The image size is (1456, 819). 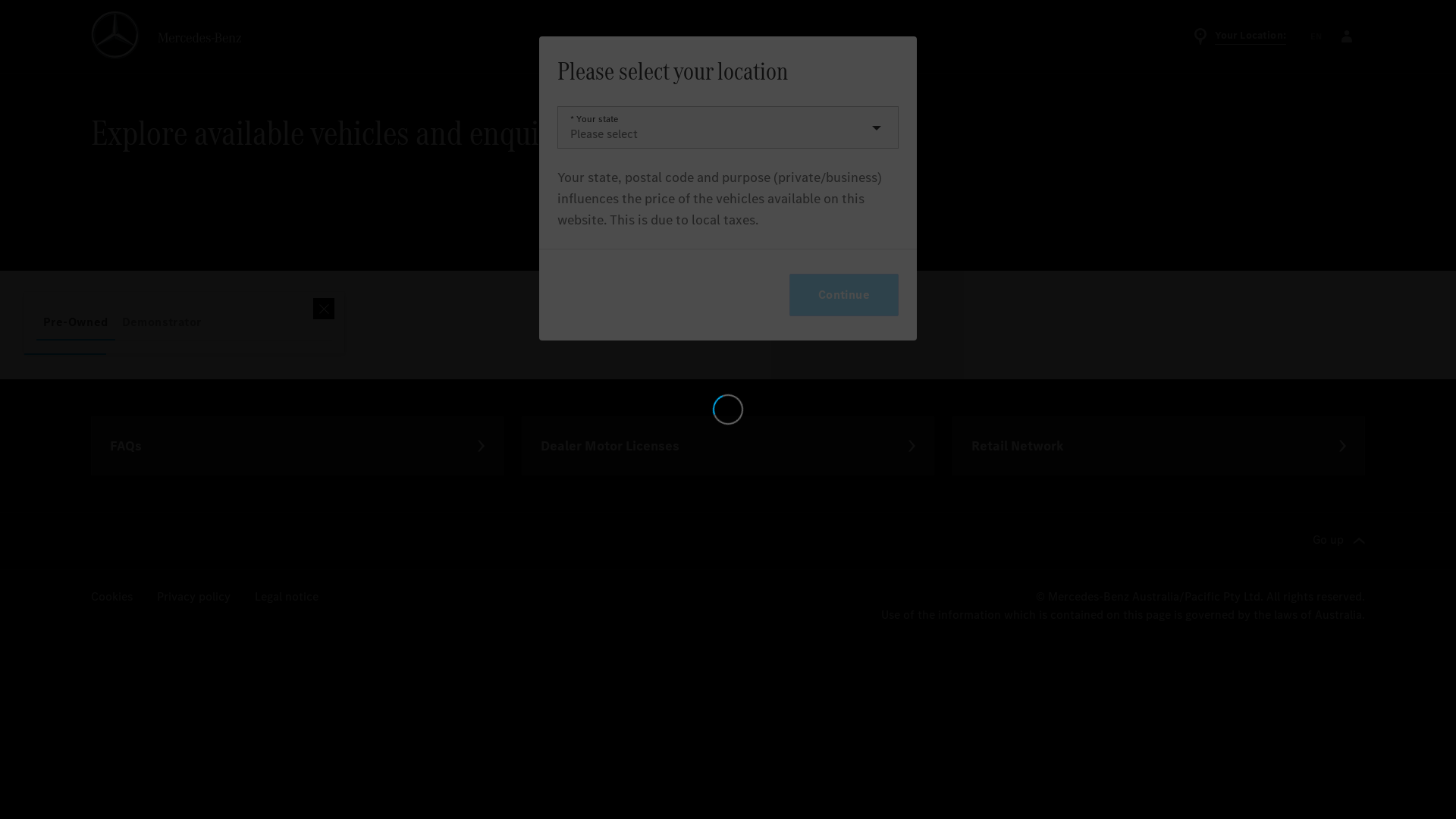 What do you see at coordinates (193, 596) in the screenshot?
I see `'Privacy policy'` at bounding box center [193, 596].